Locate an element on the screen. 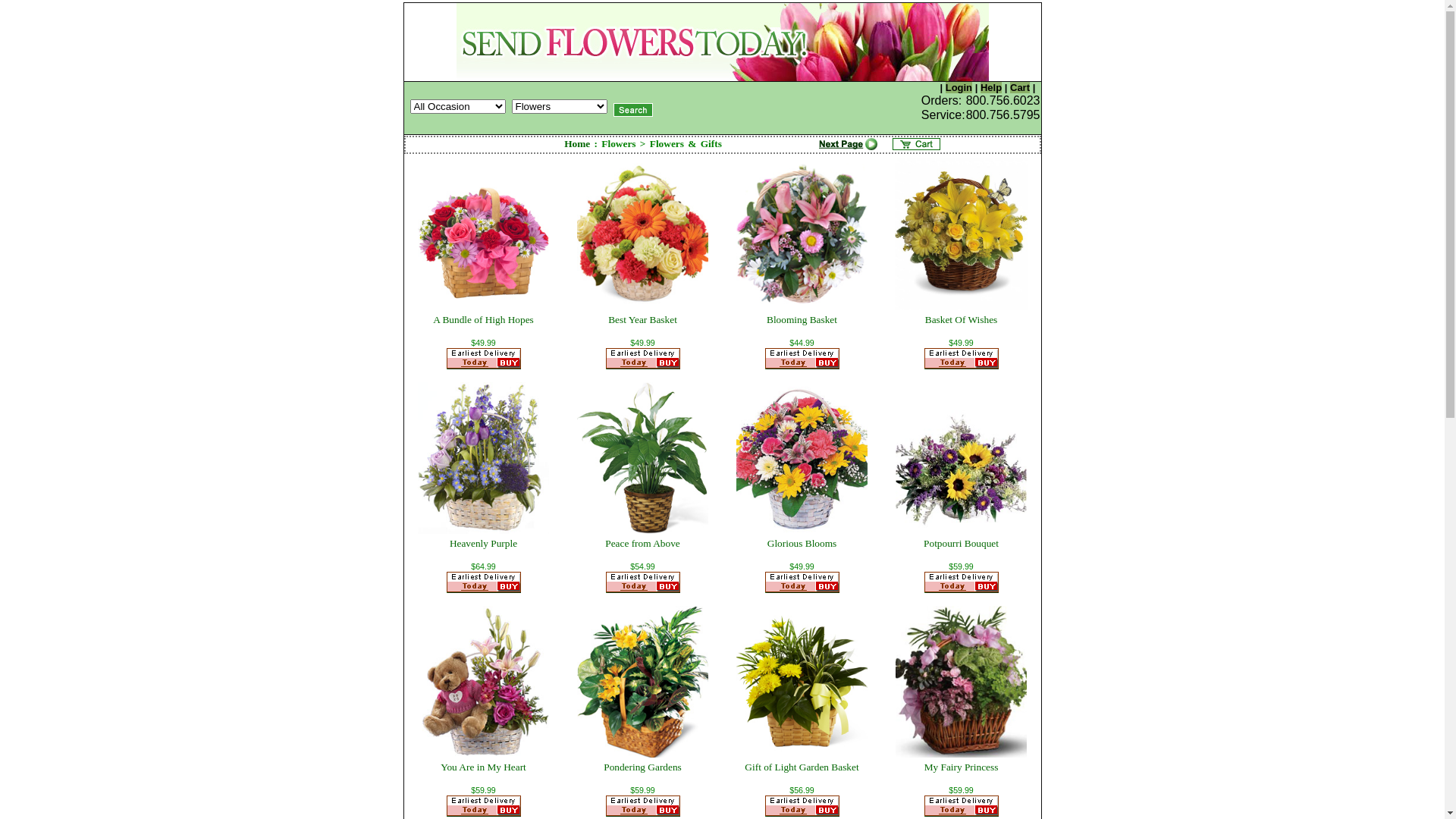 This screenshot has width=1456, height=819. 'You Are in My Heart' is located at coordinates (482, 767).